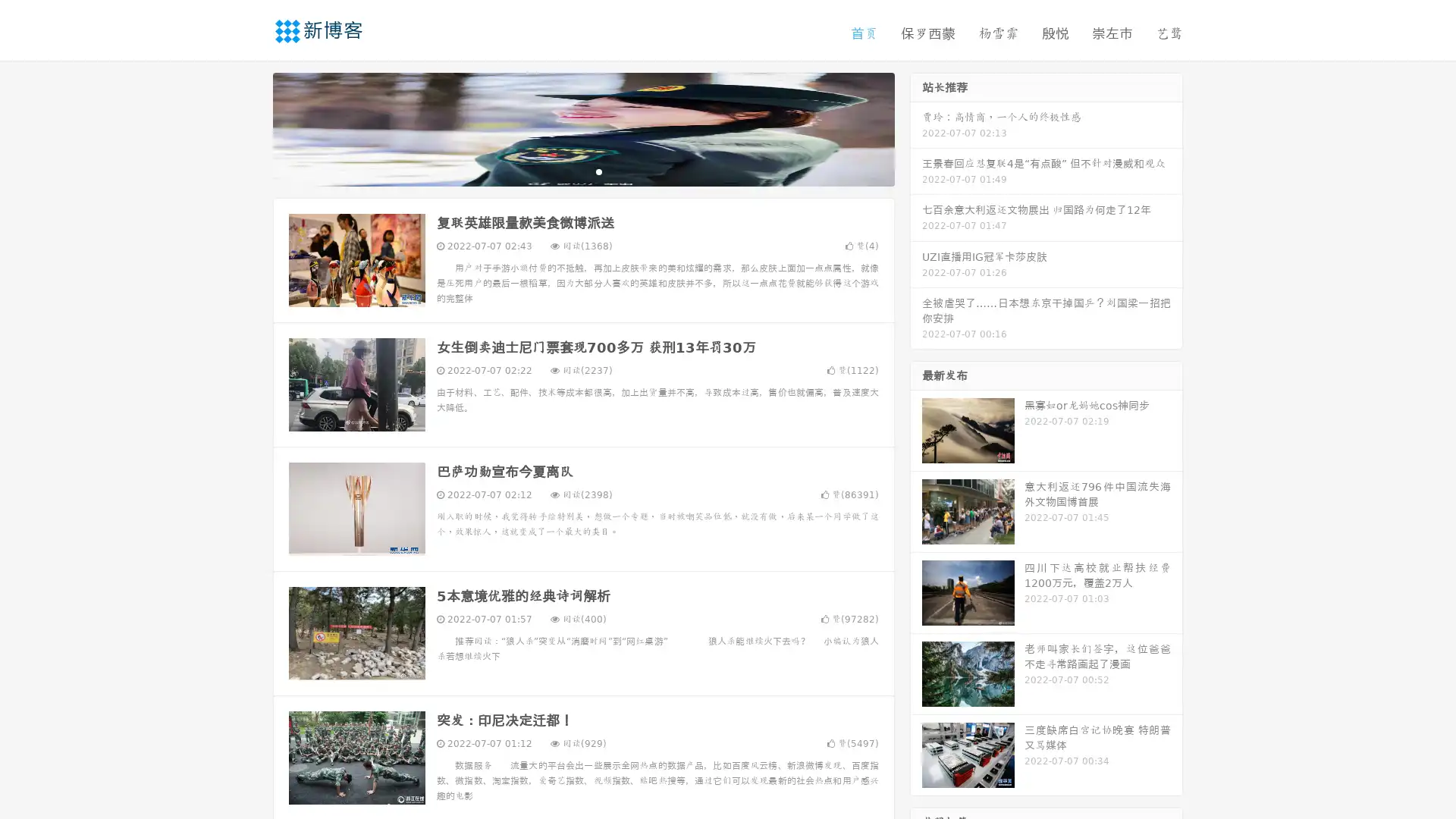 Image resolution: width=1456 pixels, height=819 pixels. I want to click on Previous slide, so click(250, 127).